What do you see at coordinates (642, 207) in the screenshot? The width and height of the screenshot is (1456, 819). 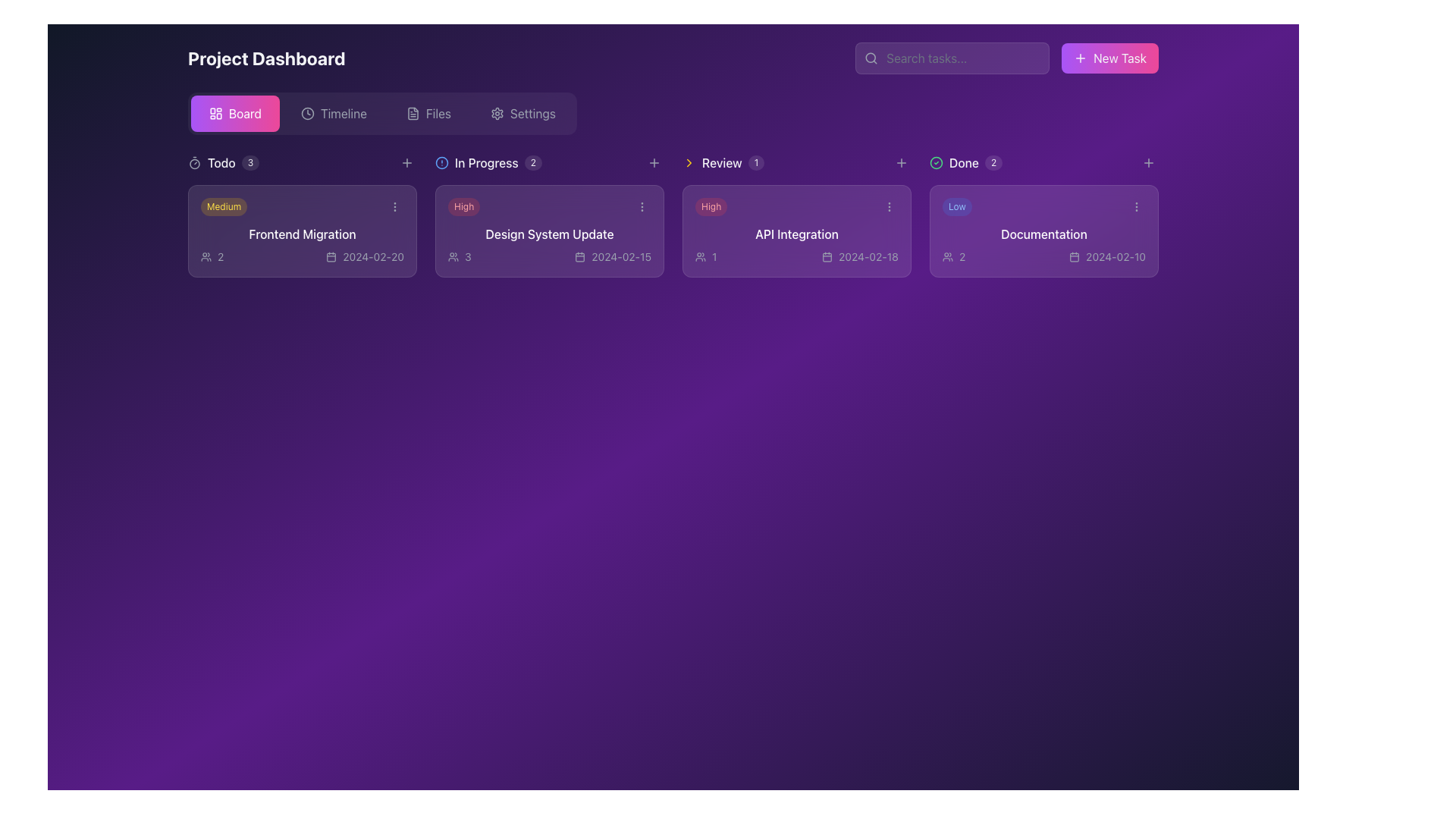 I see `the Ellipsis menu button located in the upper-right corner of the 'Design System Update' card` at bounding box center [642, 207].